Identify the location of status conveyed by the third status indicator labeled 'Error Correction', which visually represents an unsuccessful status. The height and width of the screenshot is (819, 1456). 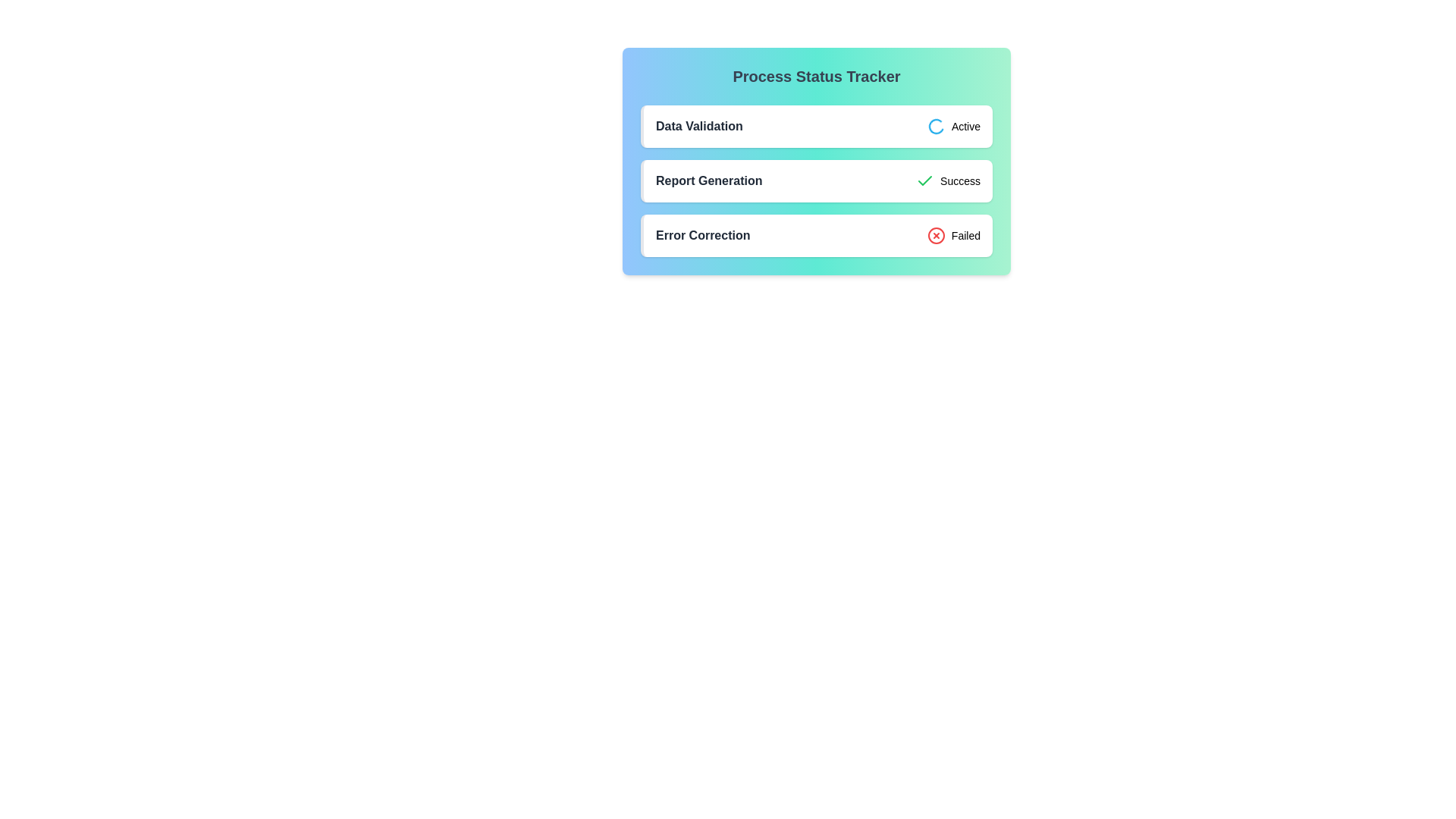
(952, 236).